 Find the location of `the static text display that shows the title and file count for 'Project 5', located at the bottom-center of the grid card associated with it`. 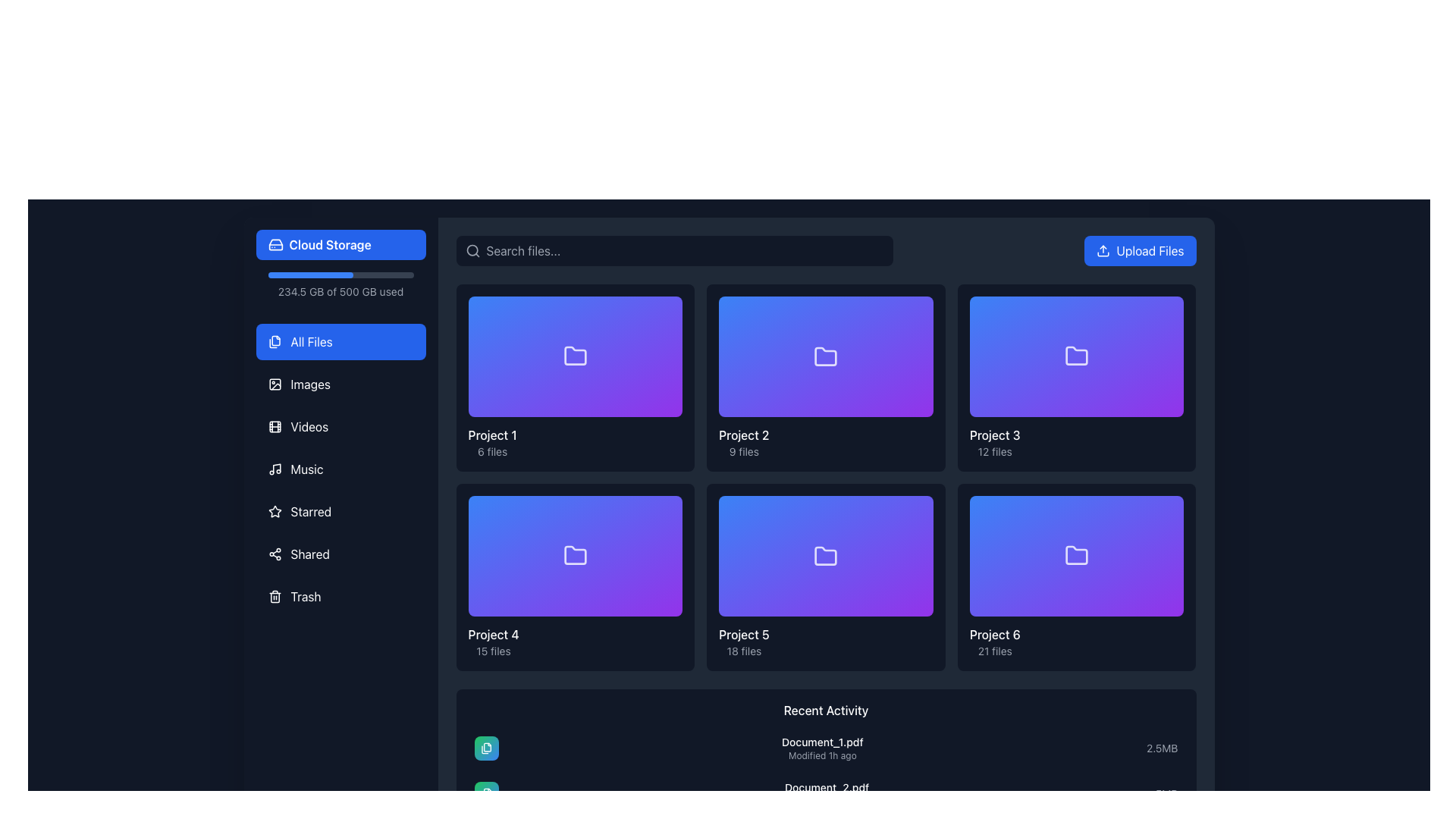

the static text display that shows the title and file count for 'Project 5', located at the bottom-center of the grid card associated with it is located at coordinates (744, 642).